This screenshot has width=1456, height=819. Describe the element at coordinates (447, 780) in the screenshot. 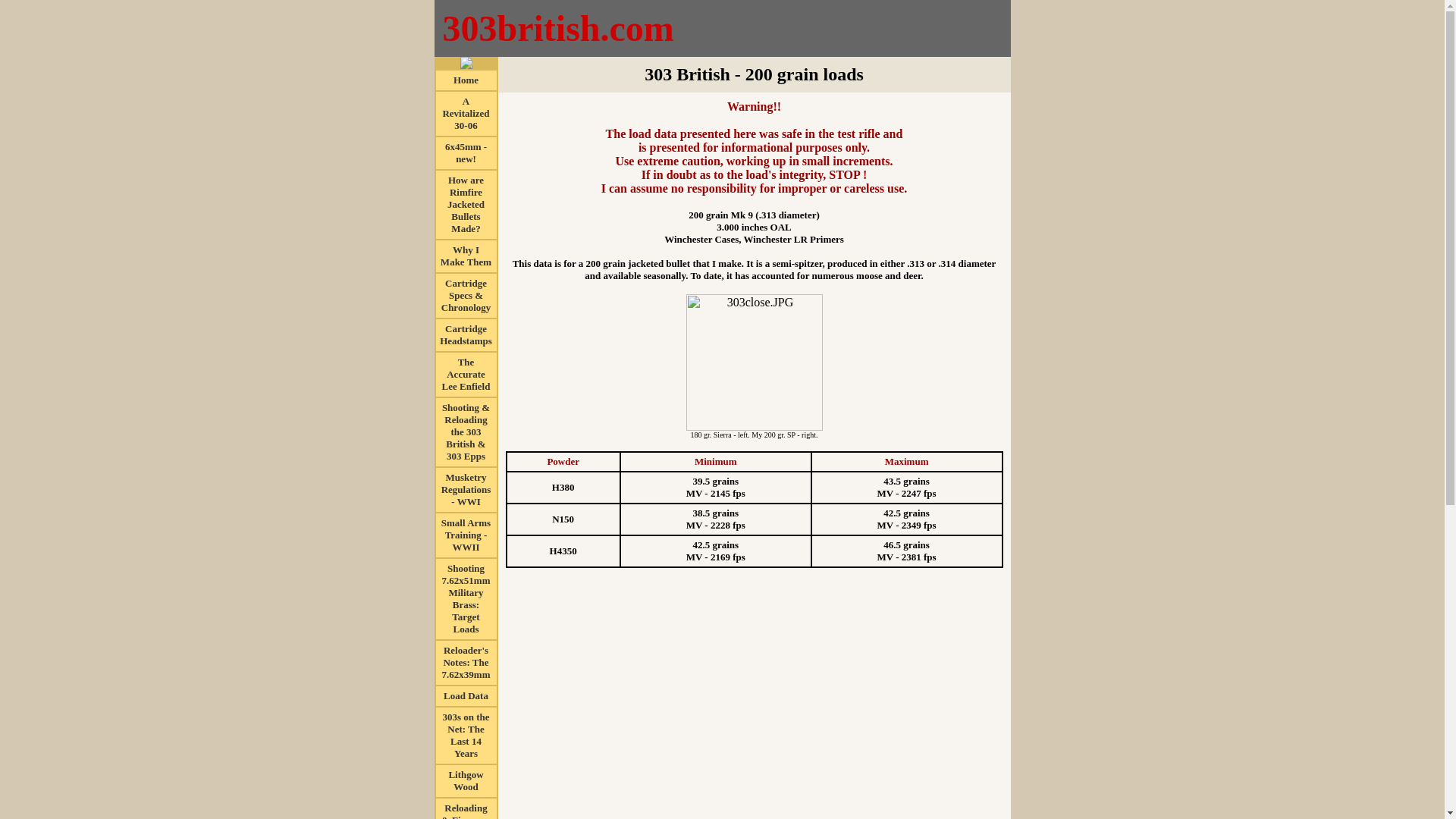

I see `'Lithgow Wood'` at that location.